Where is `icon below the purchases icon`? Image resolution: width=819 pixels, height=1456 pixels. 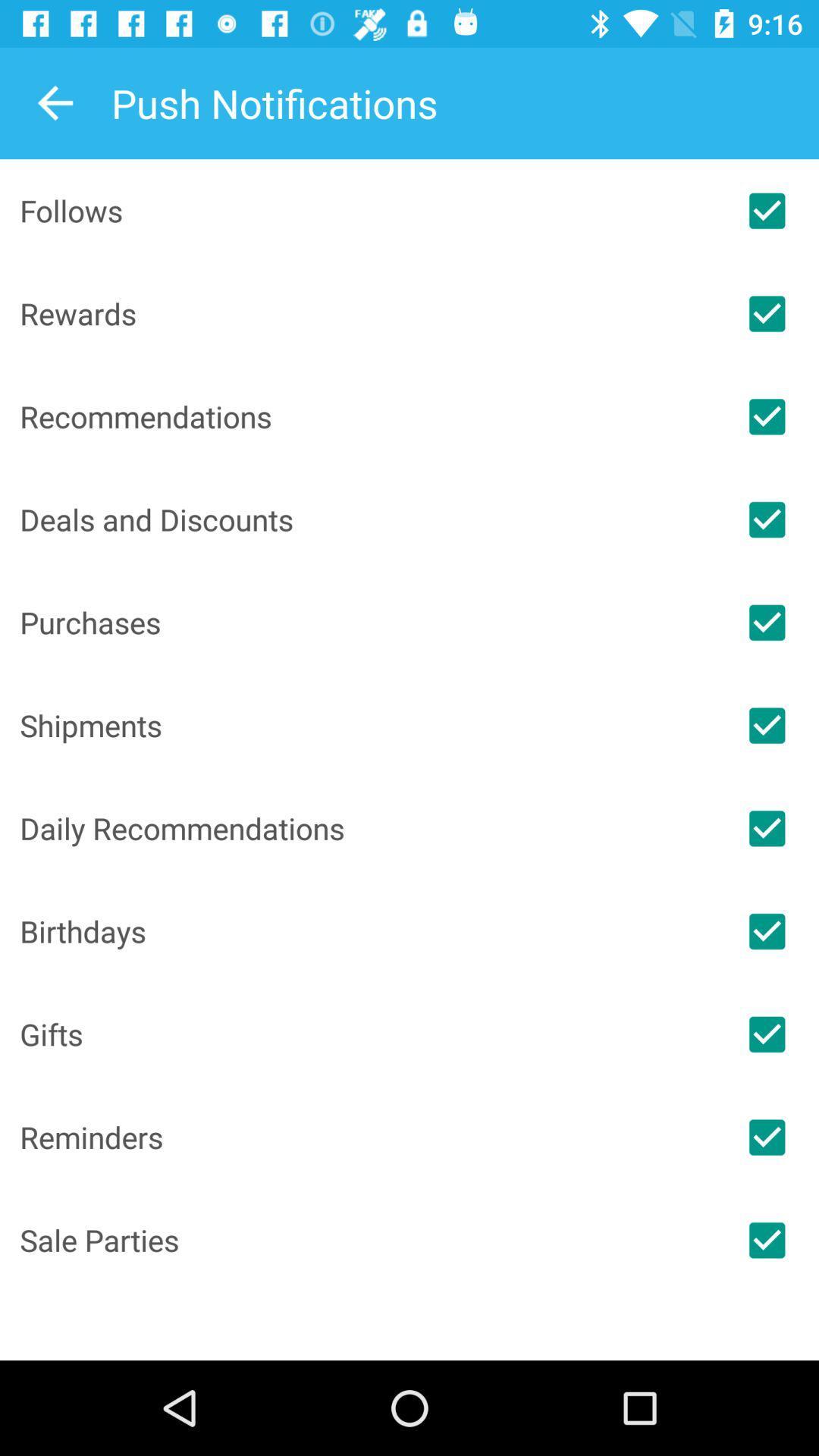
icon below the purchases icon is located at coordinates (367, 724).